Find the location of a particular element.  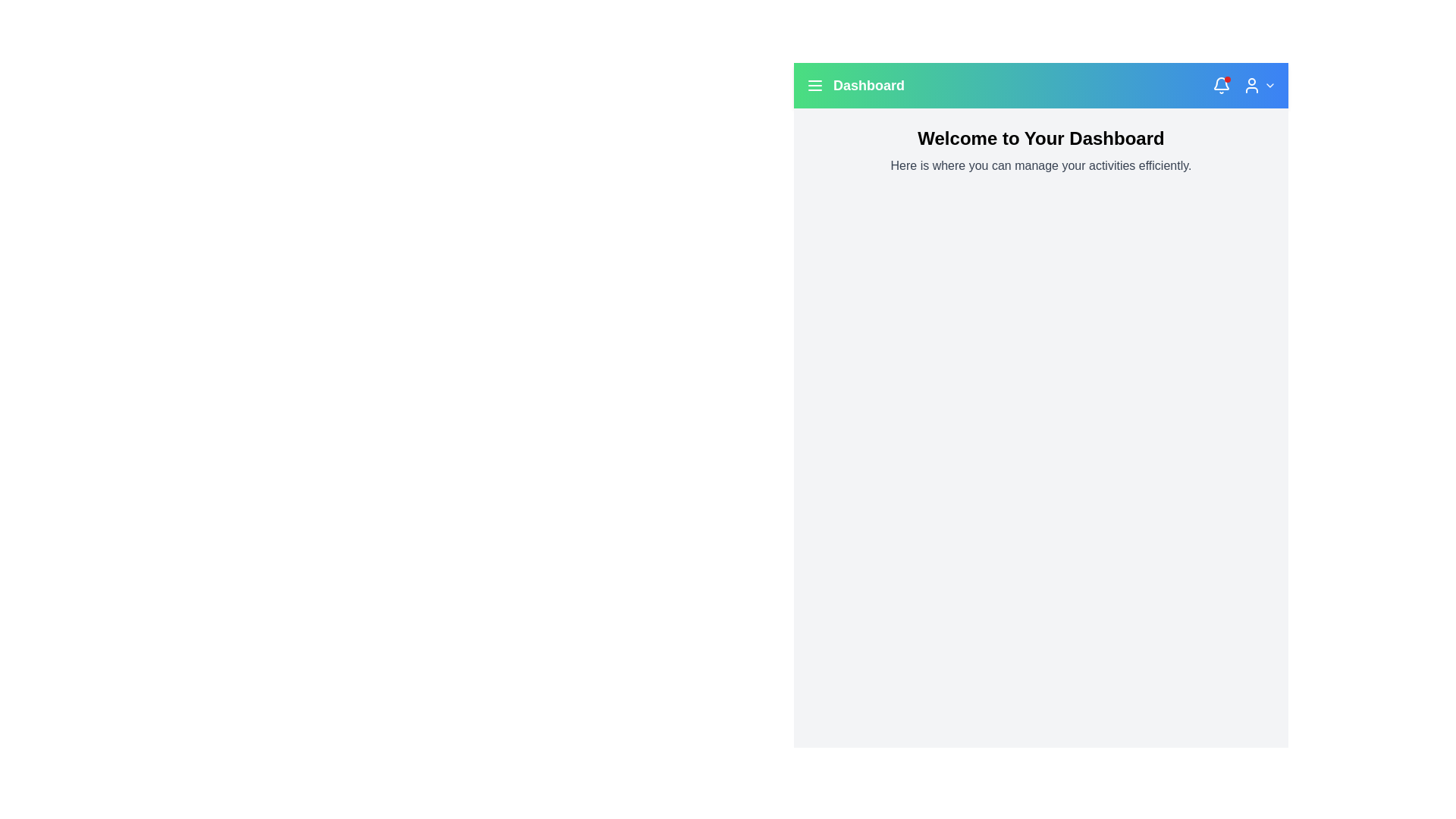

the bell-shaped icon with a notification indicator at the top-right corner of the application header is located at coordinates (1222, 85).